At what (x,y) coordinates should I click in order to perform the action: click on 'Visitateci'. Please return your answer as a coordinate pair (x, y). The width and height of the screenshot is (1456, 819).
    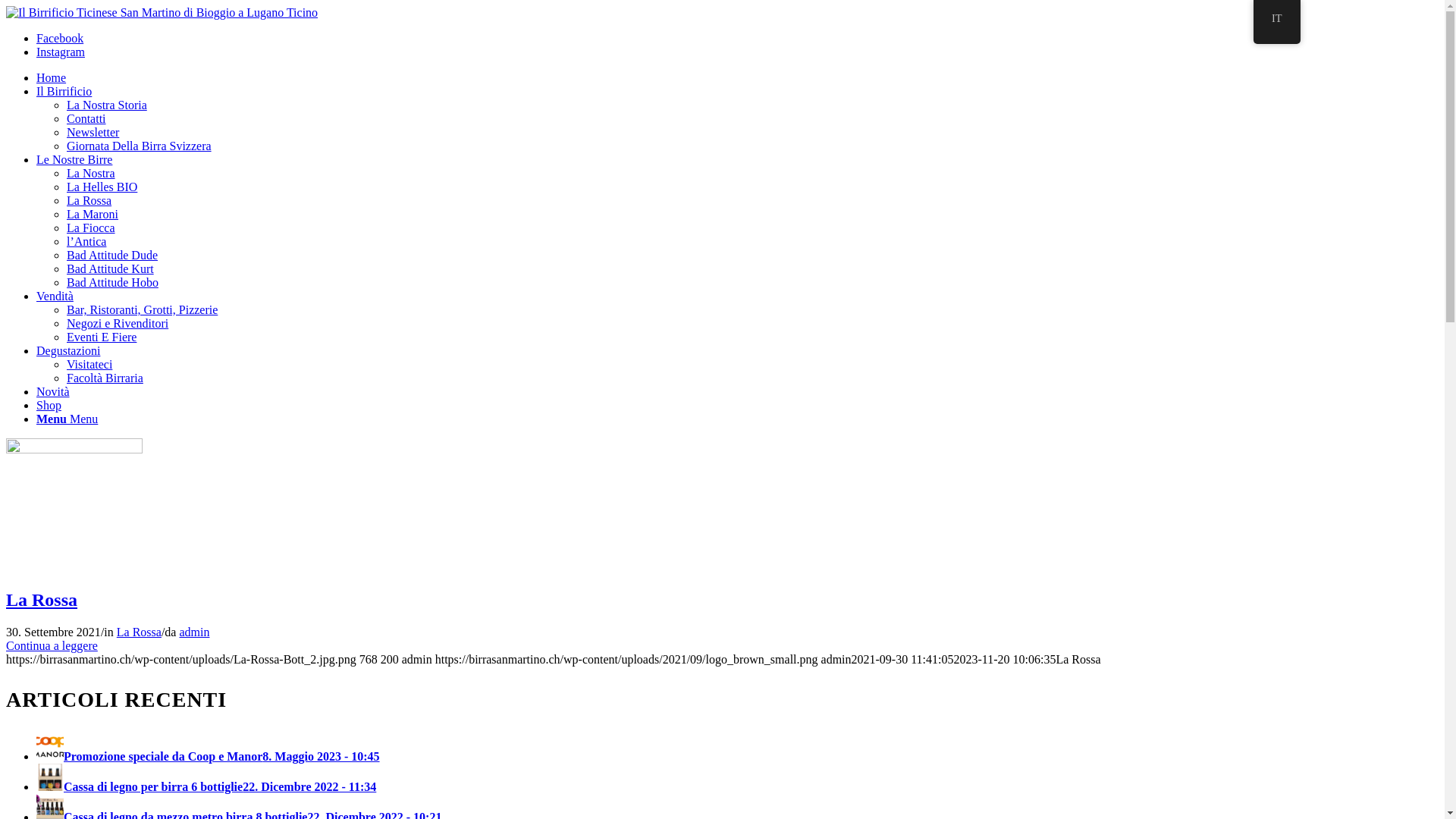
    Looking at the image, I should click on (89, 364).